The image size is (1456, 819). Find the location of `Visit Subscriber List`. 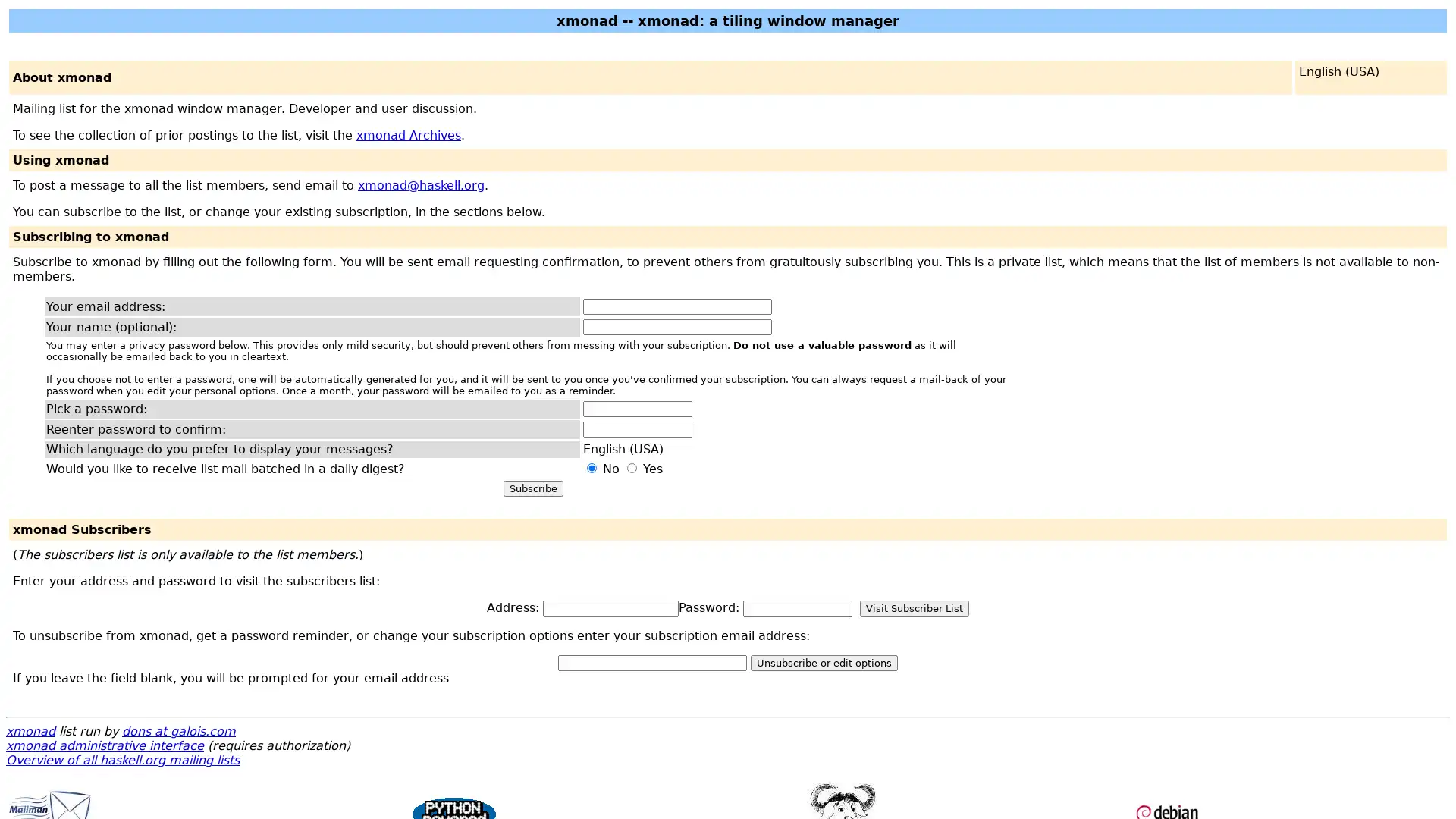

Visit Subscriber List is located at coordinates (913, 607).